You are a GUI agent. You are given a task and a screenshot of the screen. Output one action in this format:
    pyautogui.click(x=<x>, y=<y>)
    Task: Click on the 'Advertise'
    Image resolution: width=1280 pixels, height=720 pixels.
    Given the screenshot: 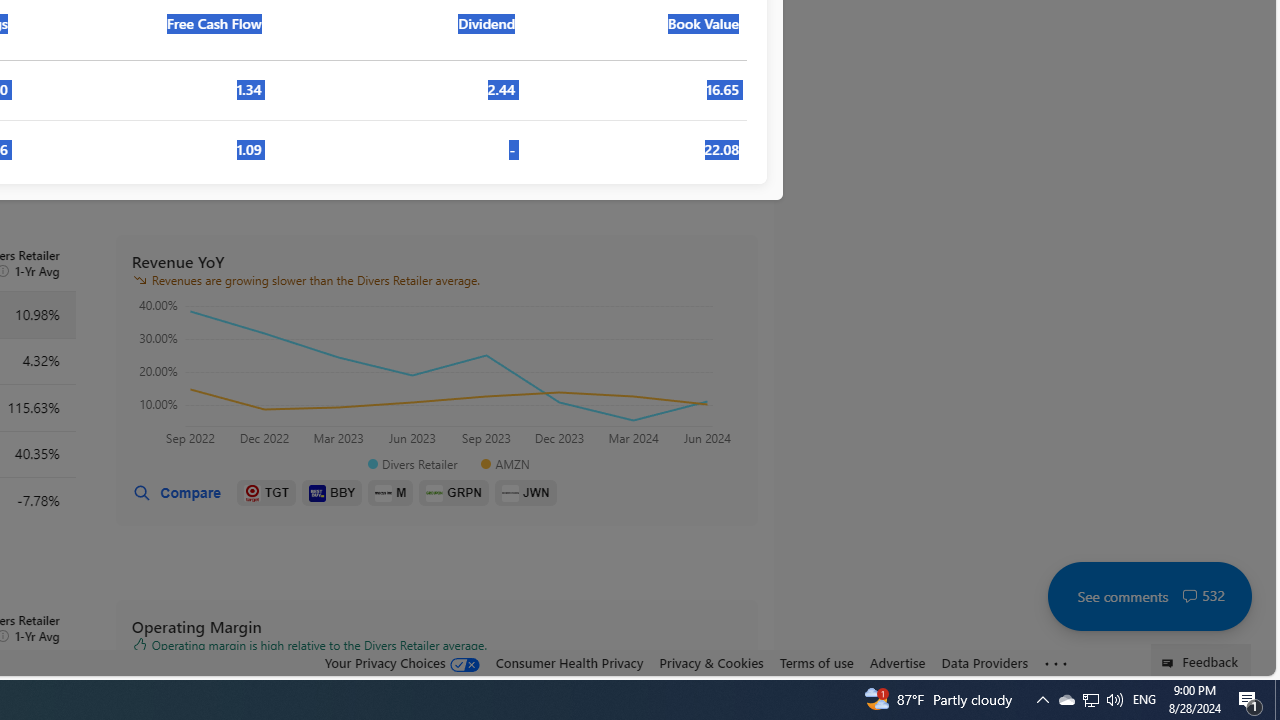 What is the action you would take?
    pyautogui.click(x=896, y=662)
    